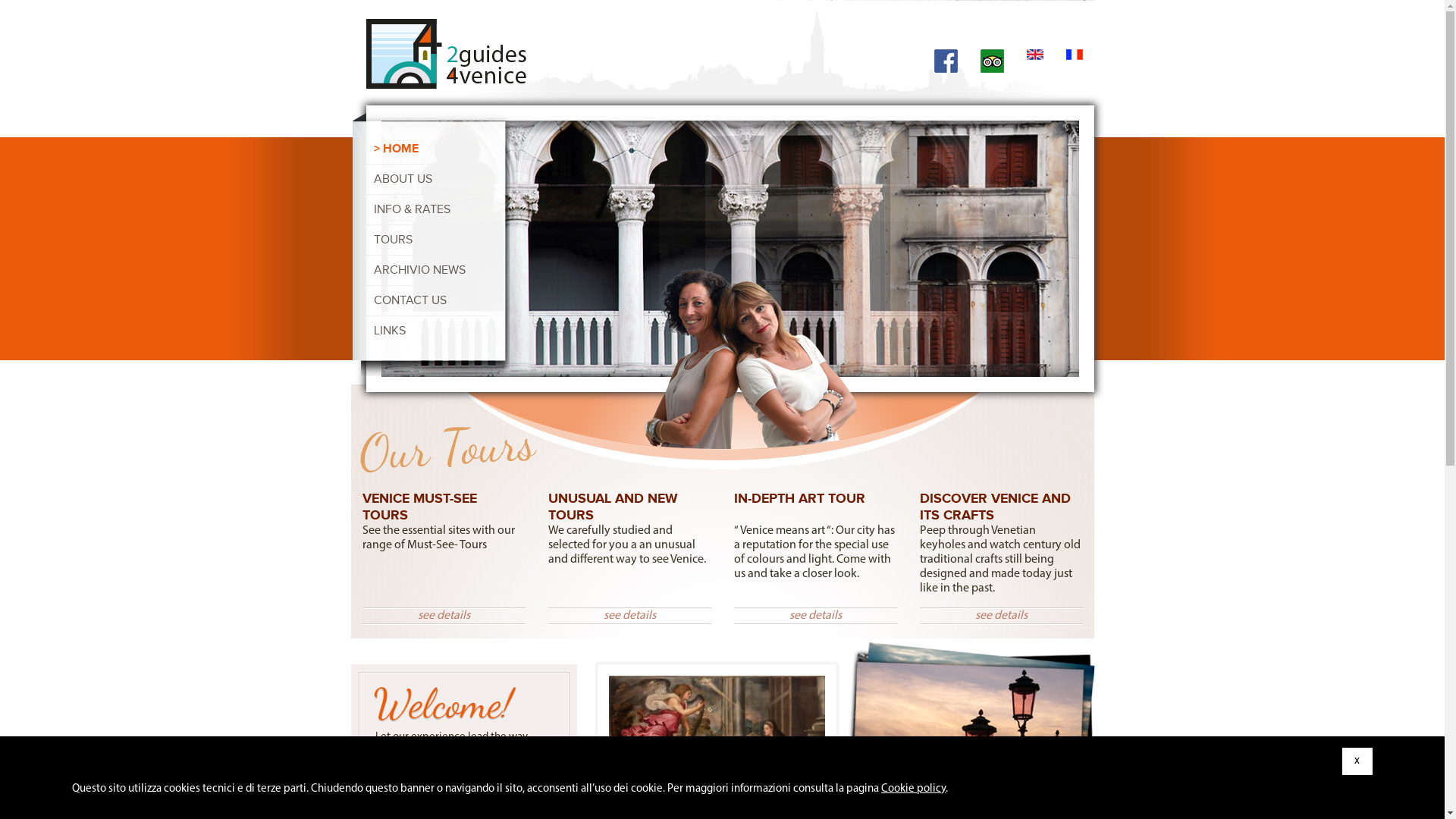 The image size is (1456, 819). Describe the element at coordinates (389, 330) in the screenshot. I see `'LINKS'` at that location.